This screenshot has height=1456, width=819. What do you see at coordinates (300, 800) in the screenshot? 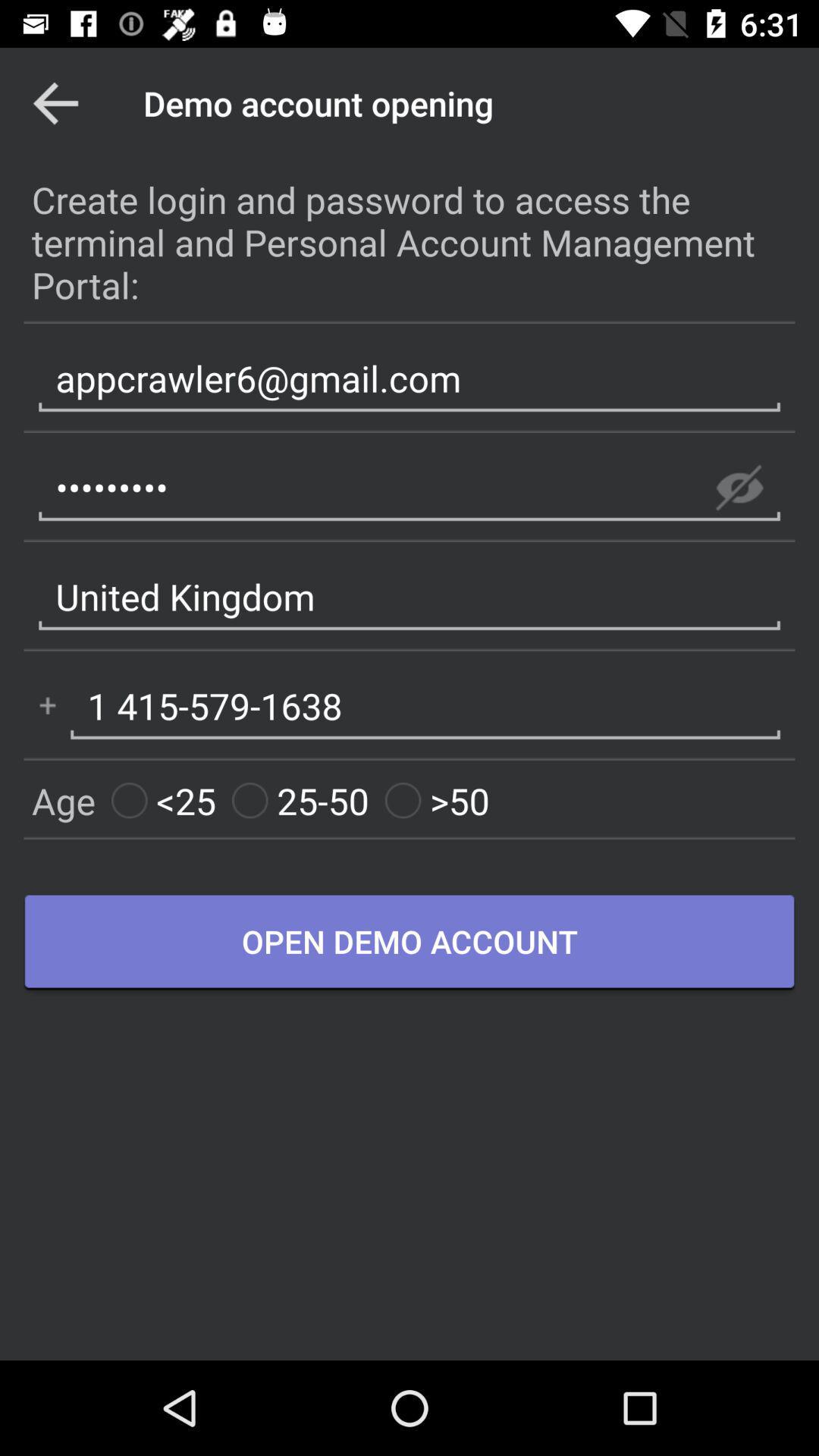
I see `item to the left of the >50` at bounding box center [300, 800].